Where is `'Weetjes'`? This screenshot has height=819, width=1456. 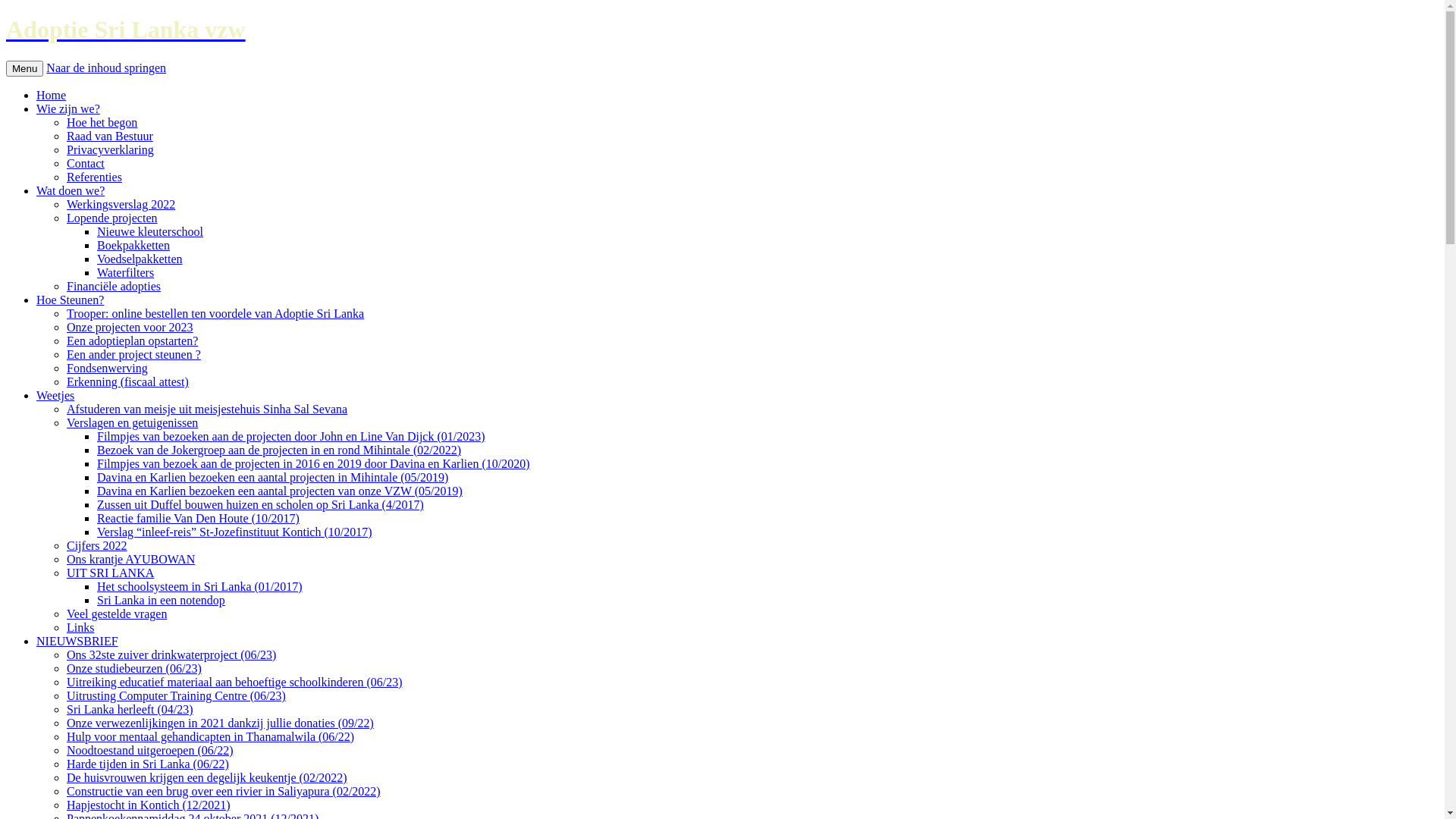 'Weetjes' is located at coordinates (55, 394).